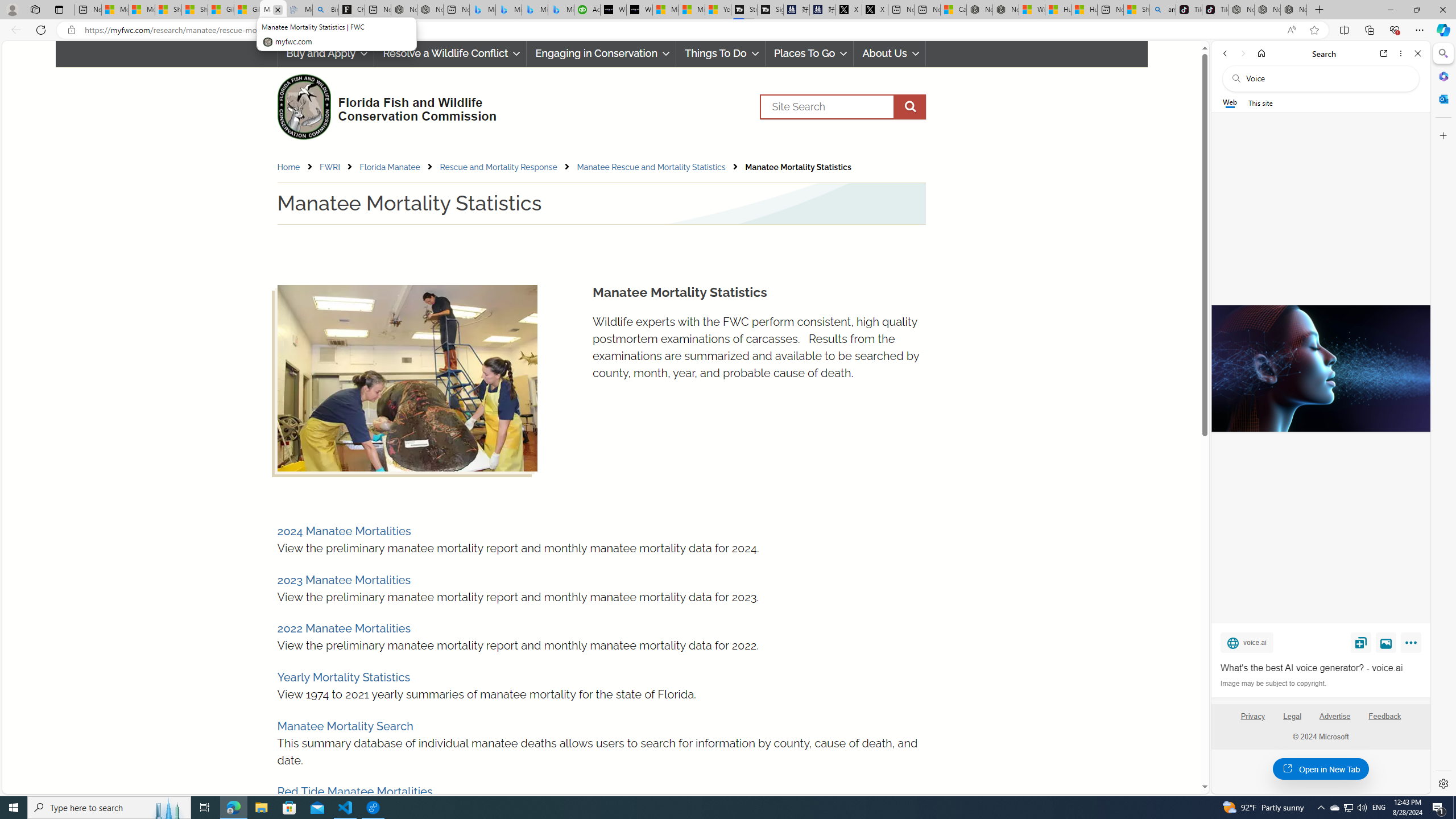 The image size is (1456, 819). What do you see at coordinates (561, 9) in the screenshot?
I see `'Microsoft Bing Travel - Shangri-La Hotel Bangkok'` at bounding box center [561, 9].